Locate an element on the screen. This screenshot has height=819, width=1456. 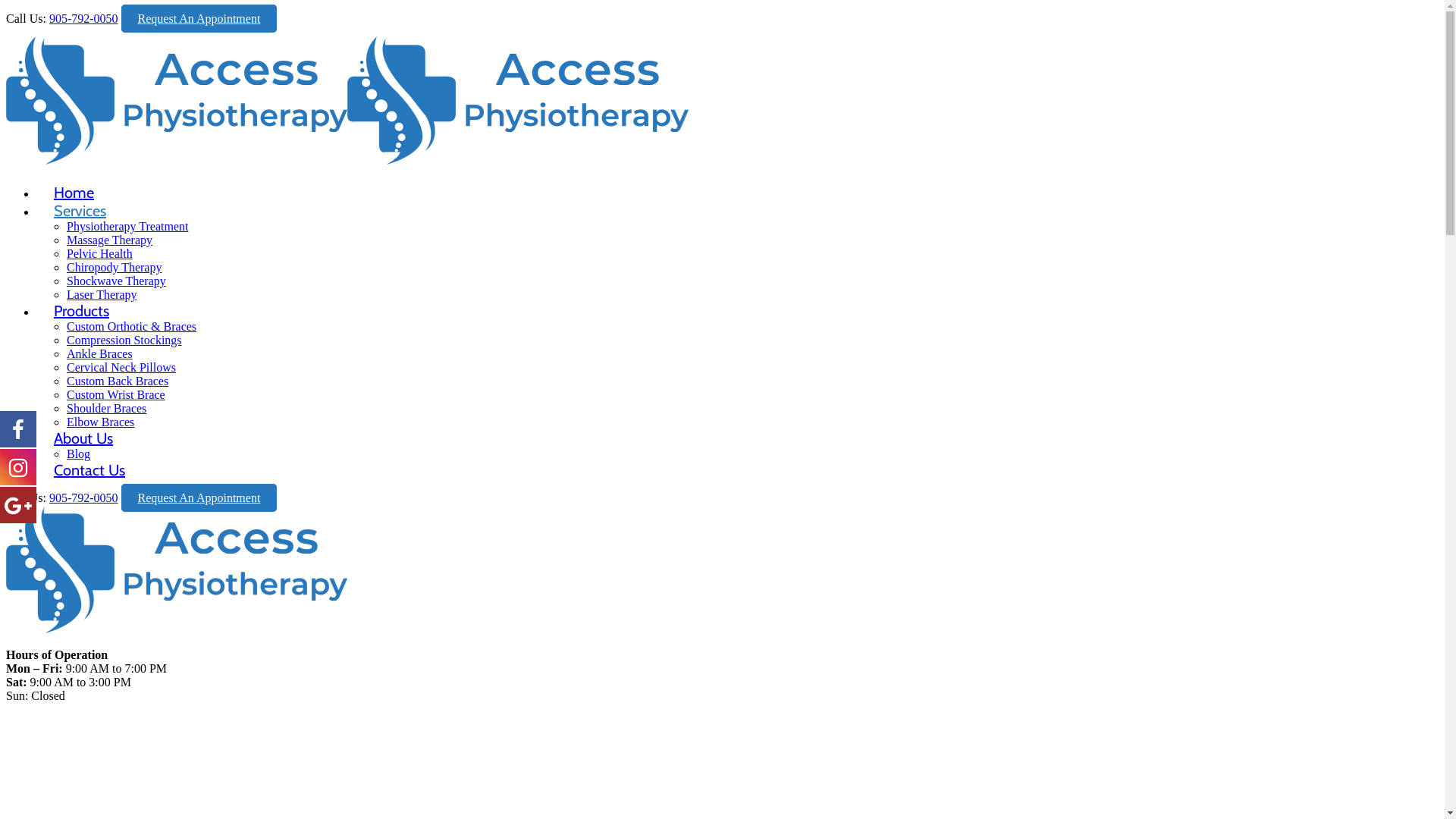
'About Us' is located at coordinates (83, 425).